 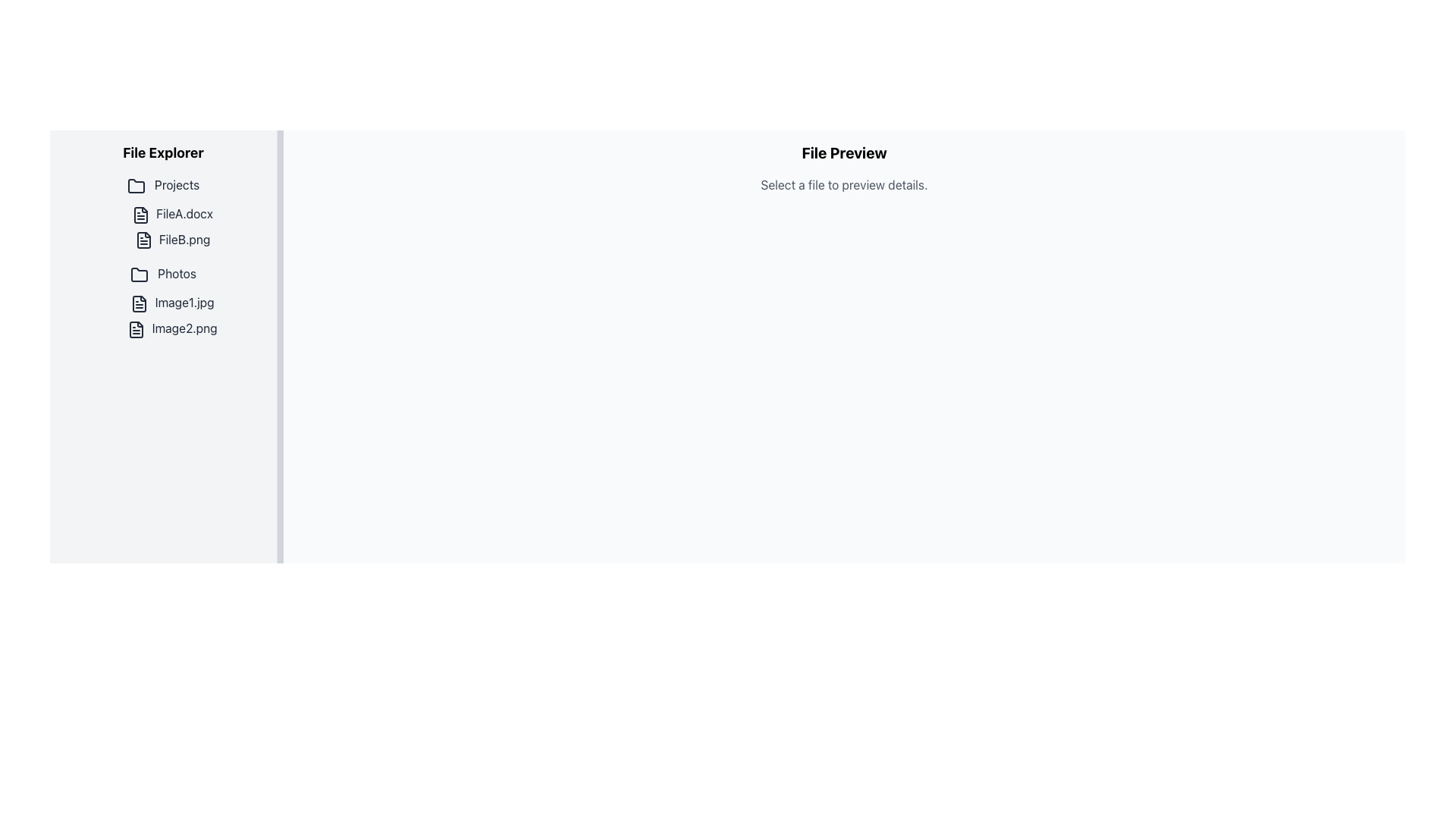 I want to click on the text link labeled 'Image2.png' to change its color to blue, indicating interactivity, so click(x=172, y=328).